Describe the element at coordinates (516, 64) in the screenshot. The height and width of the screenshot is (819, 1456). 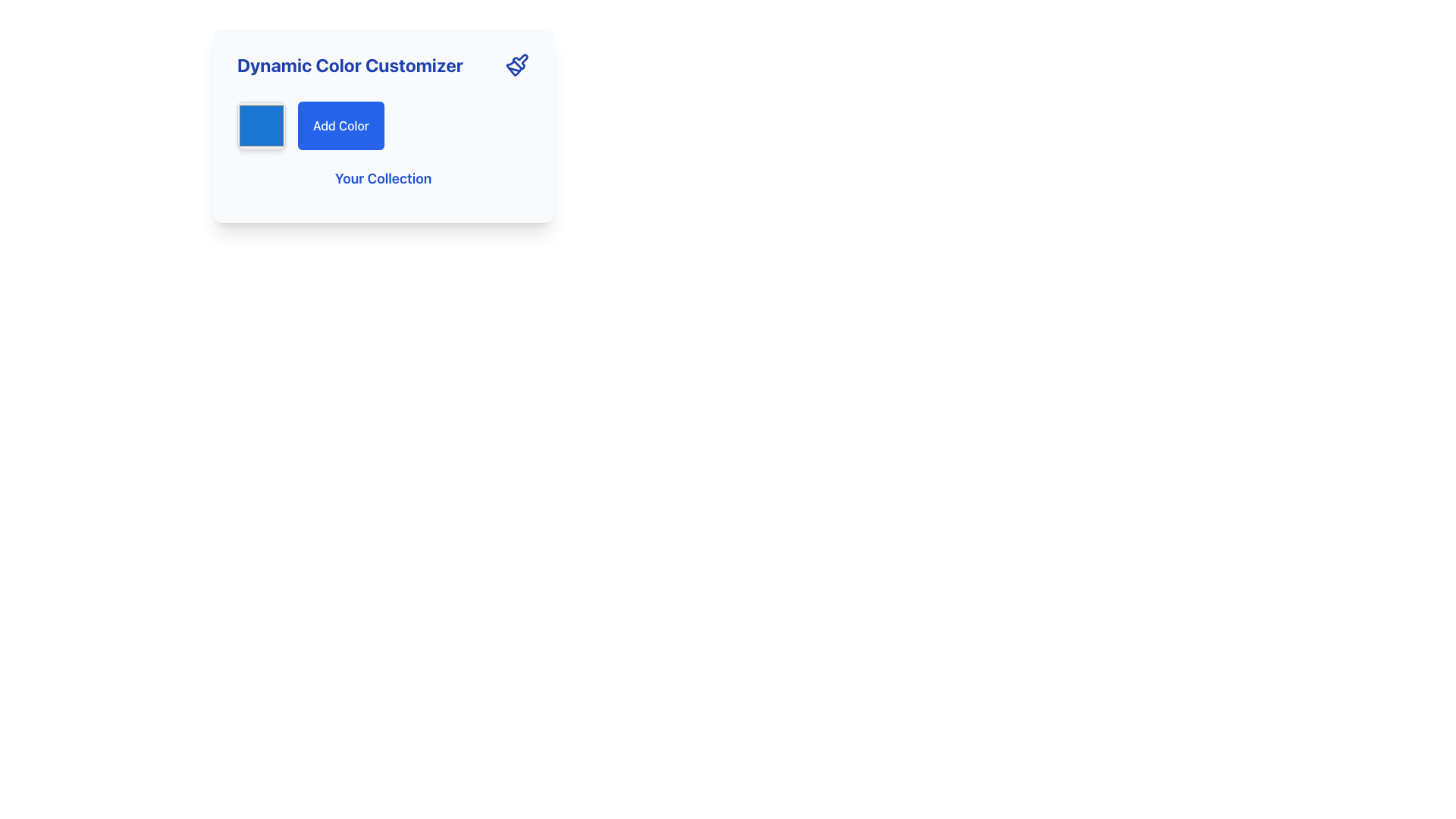
I see `the blue paintbrush icon located to the far right of the 'Dynamic Color Customizer' text` at that location.